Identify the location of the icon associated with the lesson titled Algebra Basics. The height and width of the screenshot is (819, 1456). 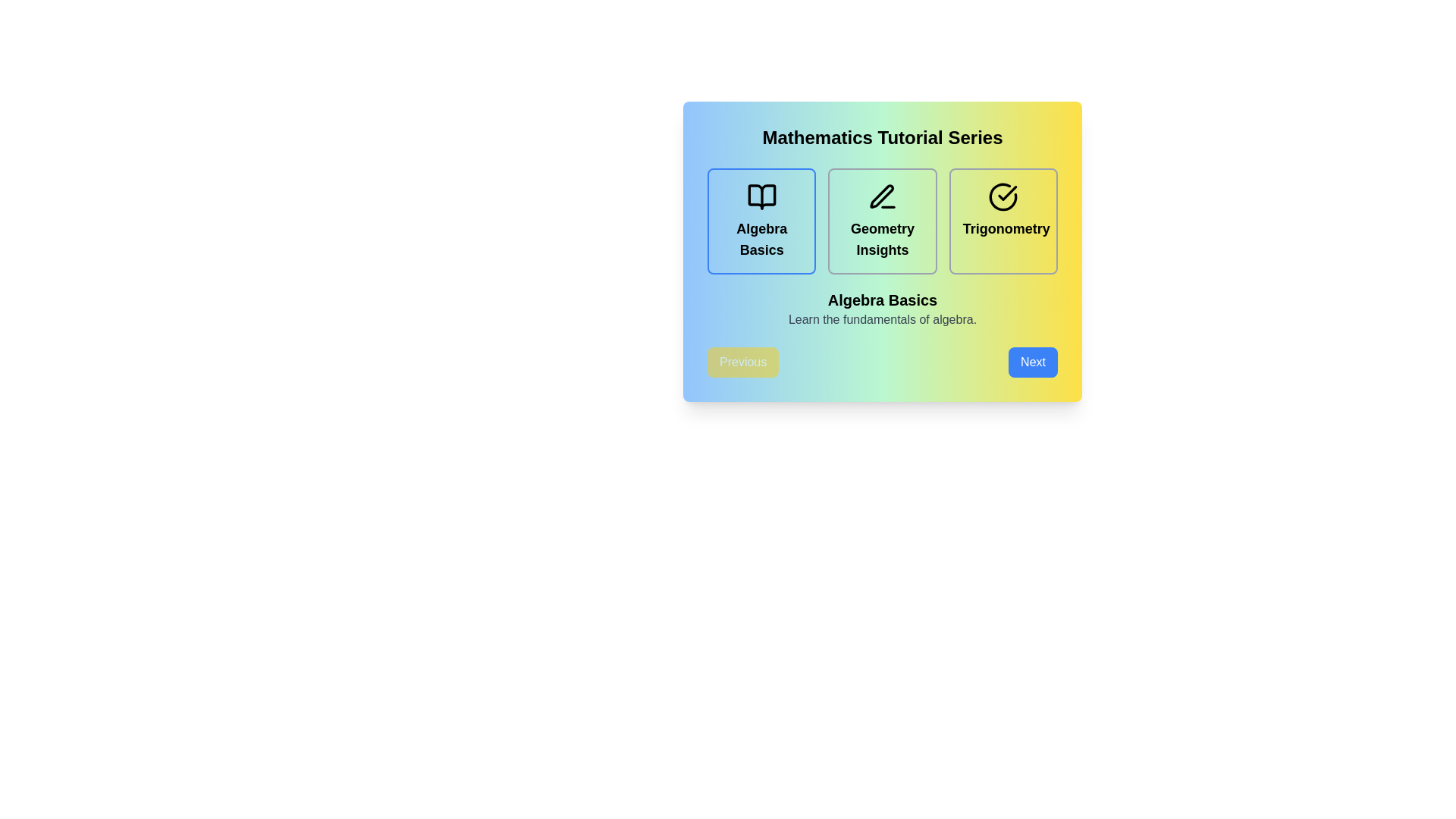
(761, 196).